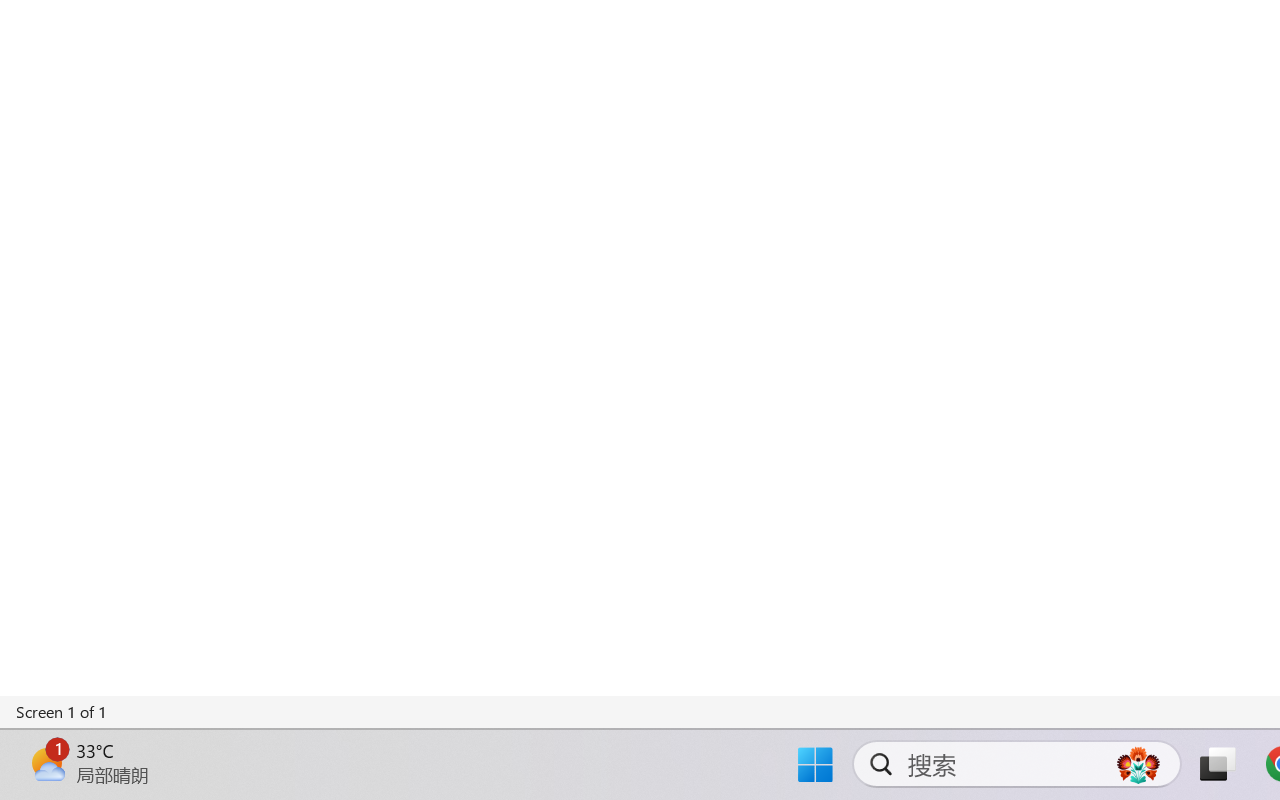 Image resolution: width=1280 pixels, height=800 pixels. What do you see at coordinates (62, 711) in the screenshot?
I see `'Page Number Screen 1 of 1 '` at bounding box center [62, 711].